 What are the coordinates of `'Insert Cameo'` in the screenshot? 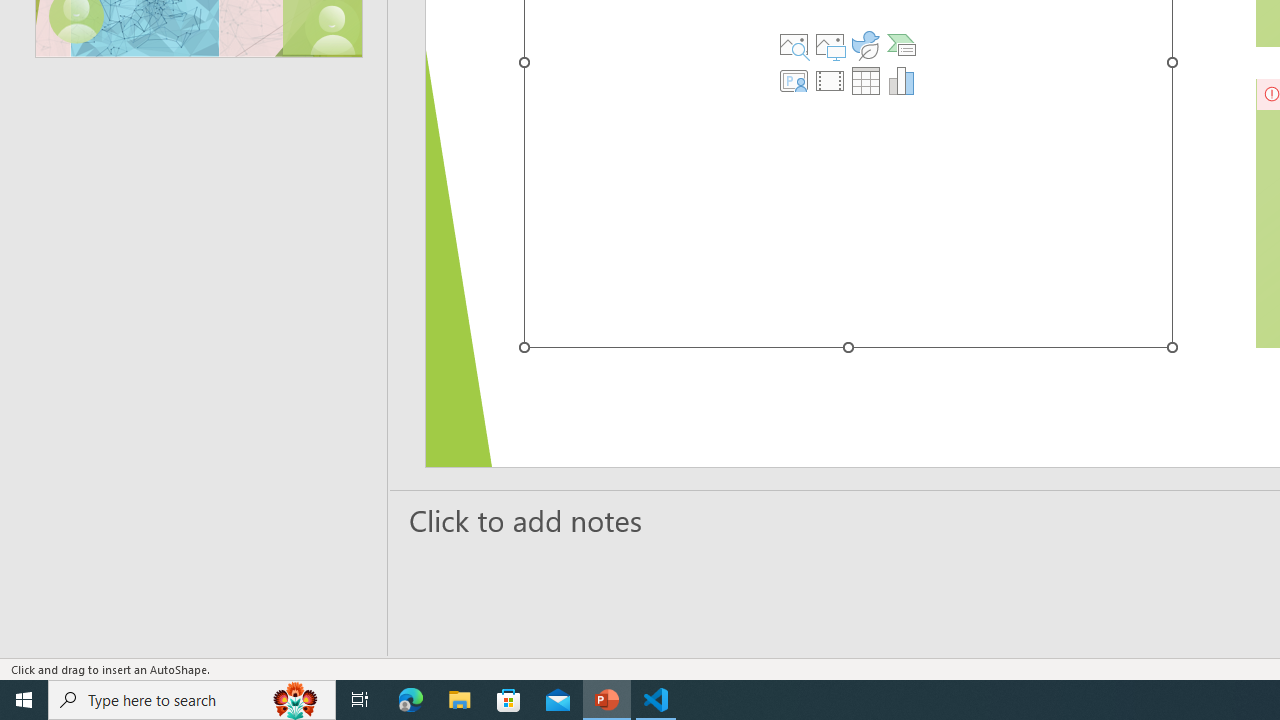 It's located at (793, 80).